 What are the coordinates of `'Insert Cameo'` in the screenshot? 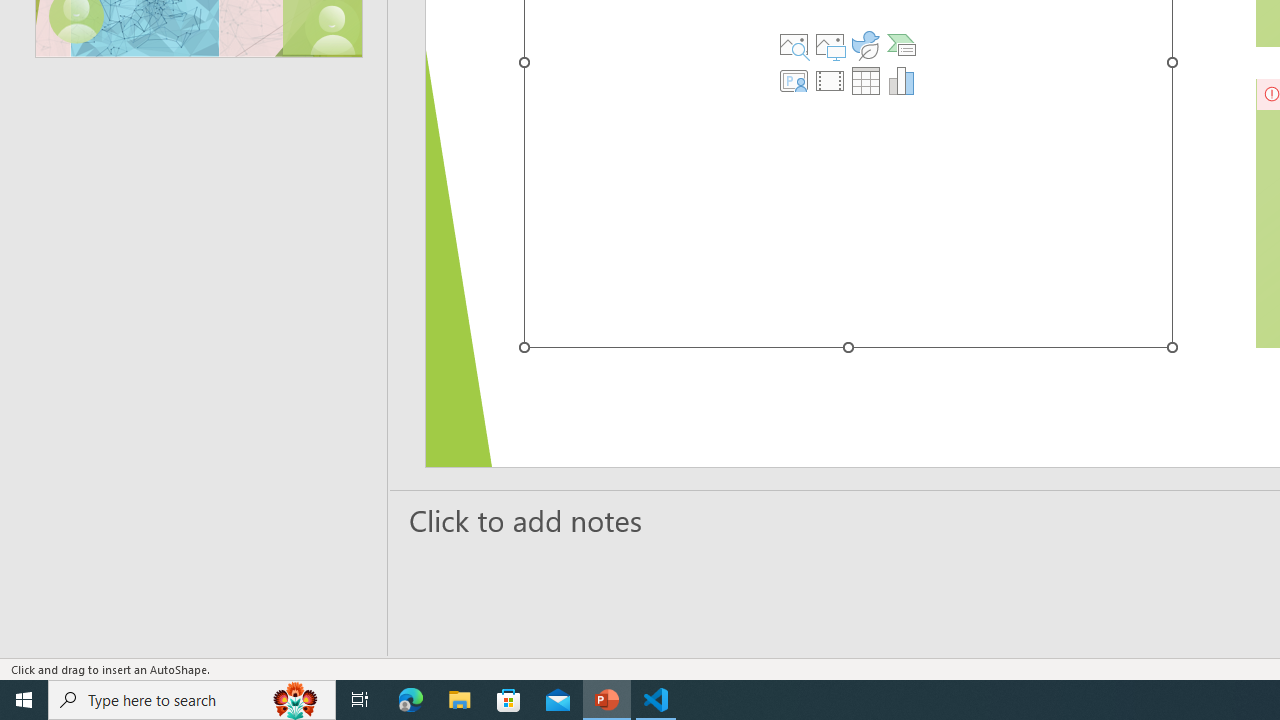 It's located at (793, 80).